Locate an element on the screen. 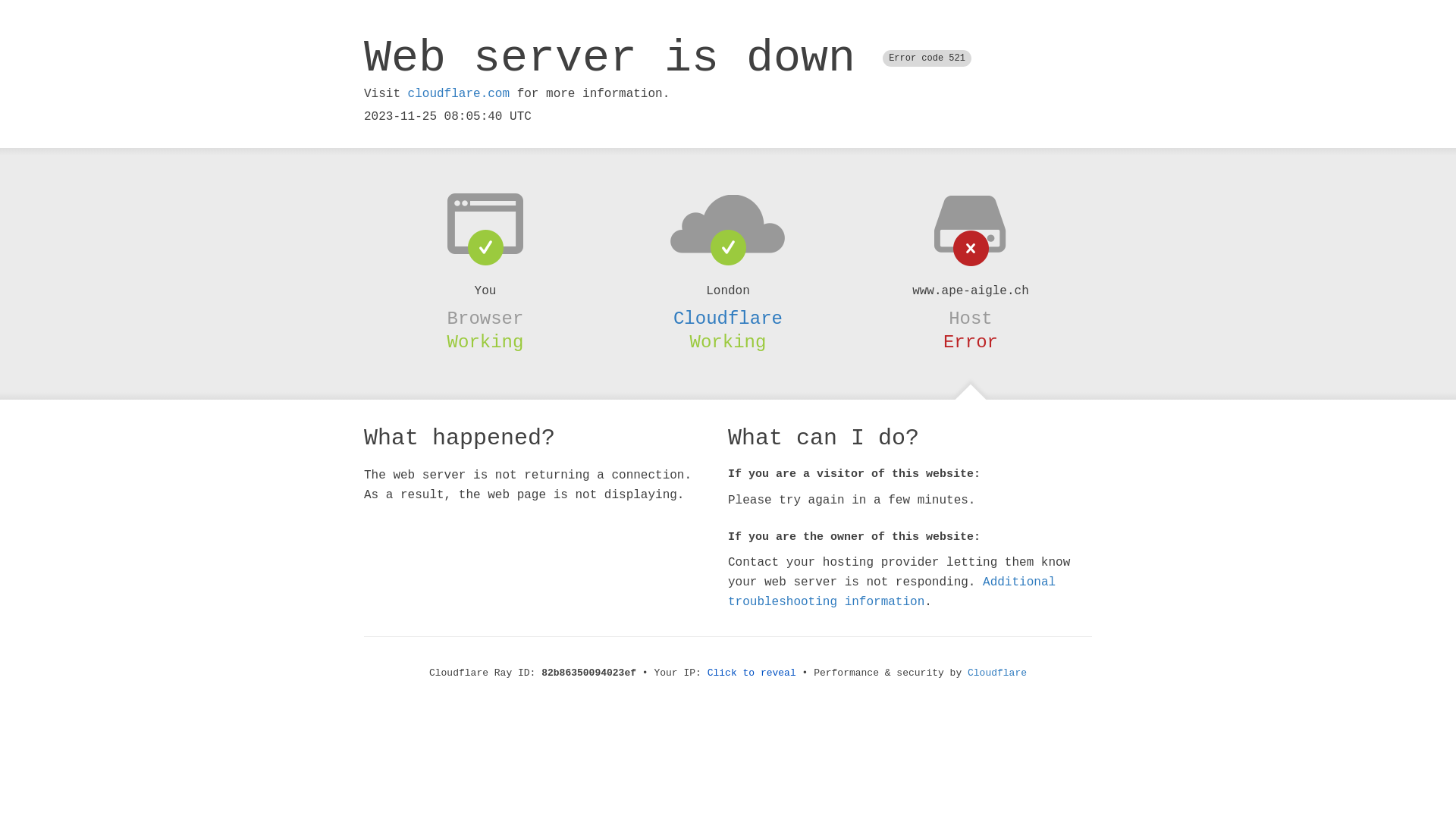 The height and width of the screenshot is (819, 1456). 'Cloudflare' is located at coordinates (967, 672).